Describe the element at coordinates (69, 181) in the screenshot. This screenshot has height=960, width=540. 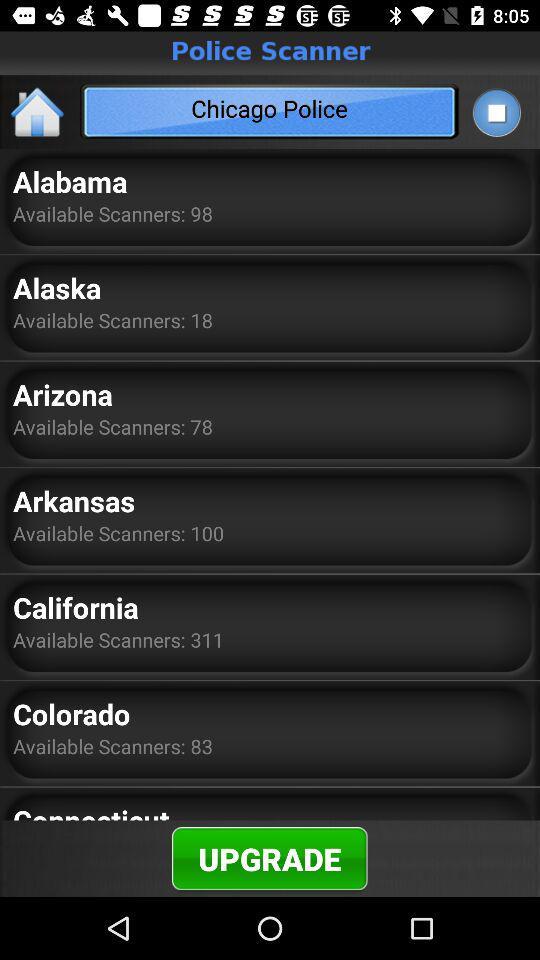
I see `the alabama app` at that location.